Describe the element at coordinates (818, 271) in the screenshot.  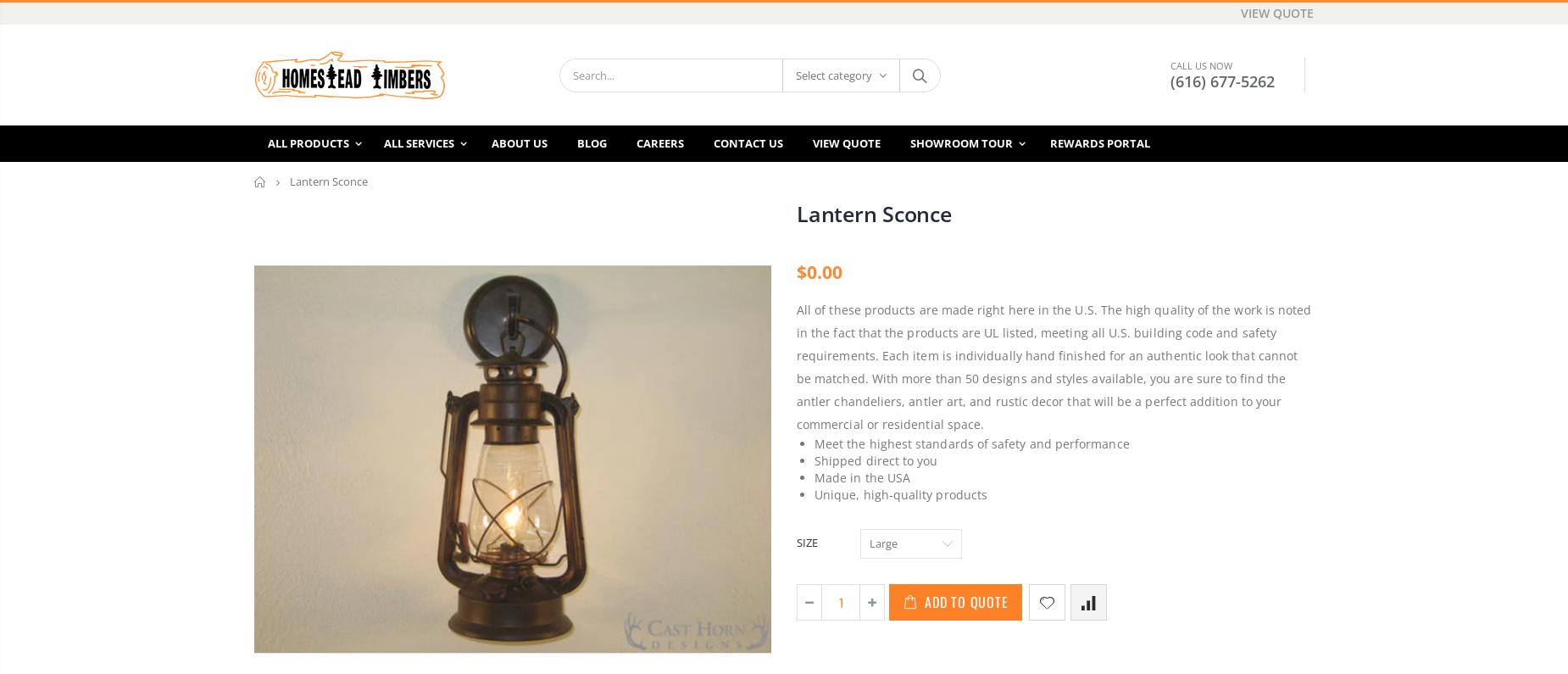
I see `'$0.00'` at that location.